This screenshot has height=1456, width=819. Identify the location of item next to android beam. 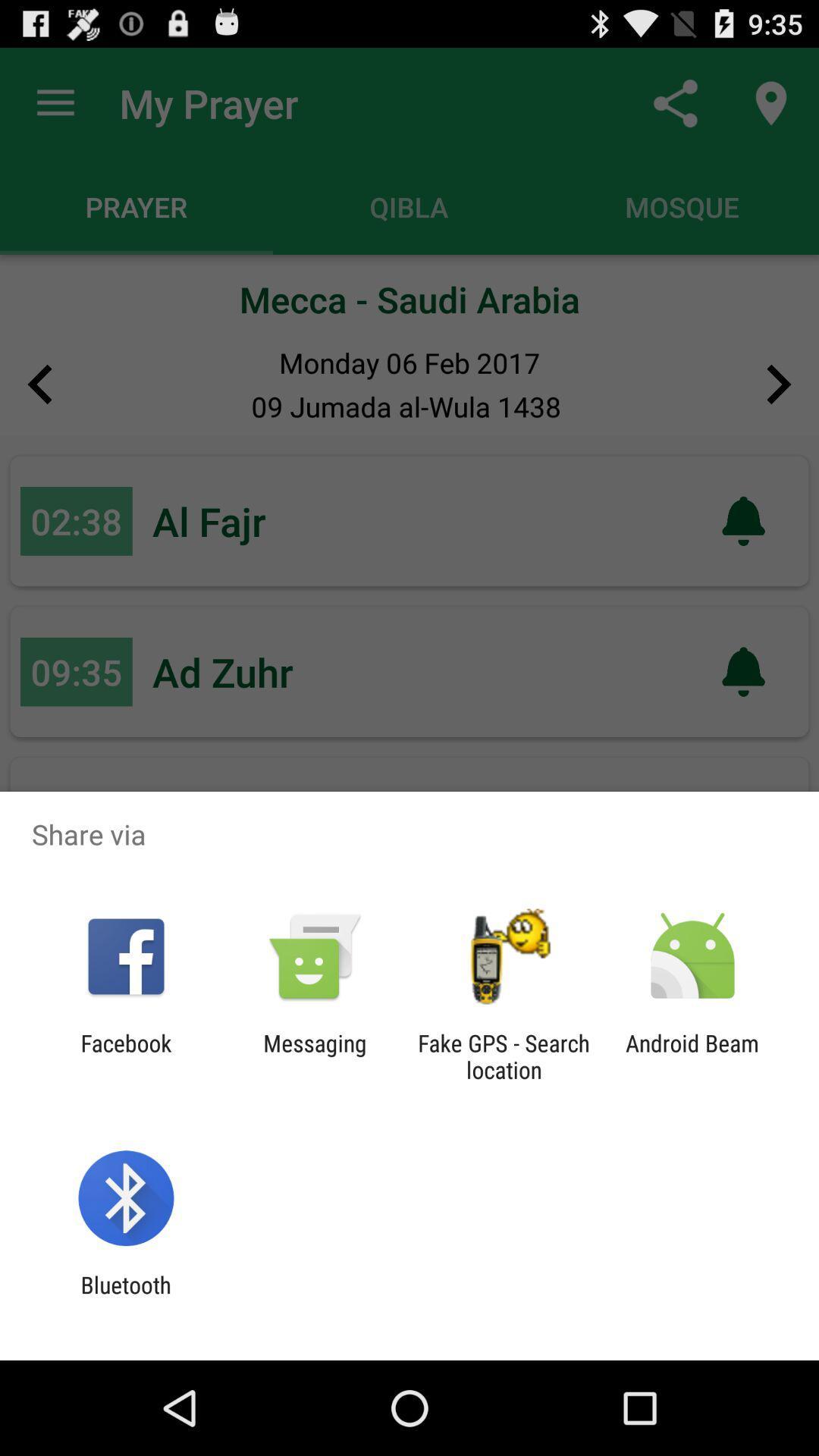
(504, 1056).